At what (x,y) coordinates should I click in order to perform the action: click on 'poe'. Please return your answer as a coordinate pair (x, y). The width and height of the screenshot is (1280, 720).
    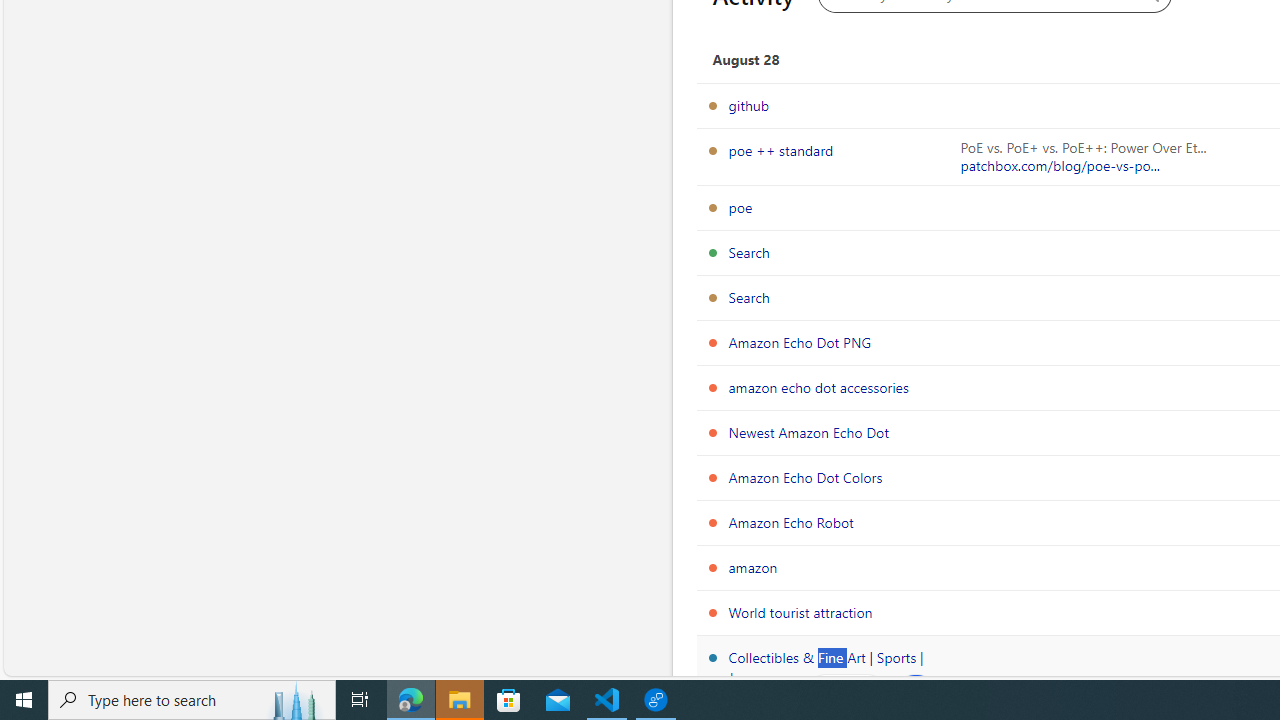
    Looking at the image, I should click on (739, 207).